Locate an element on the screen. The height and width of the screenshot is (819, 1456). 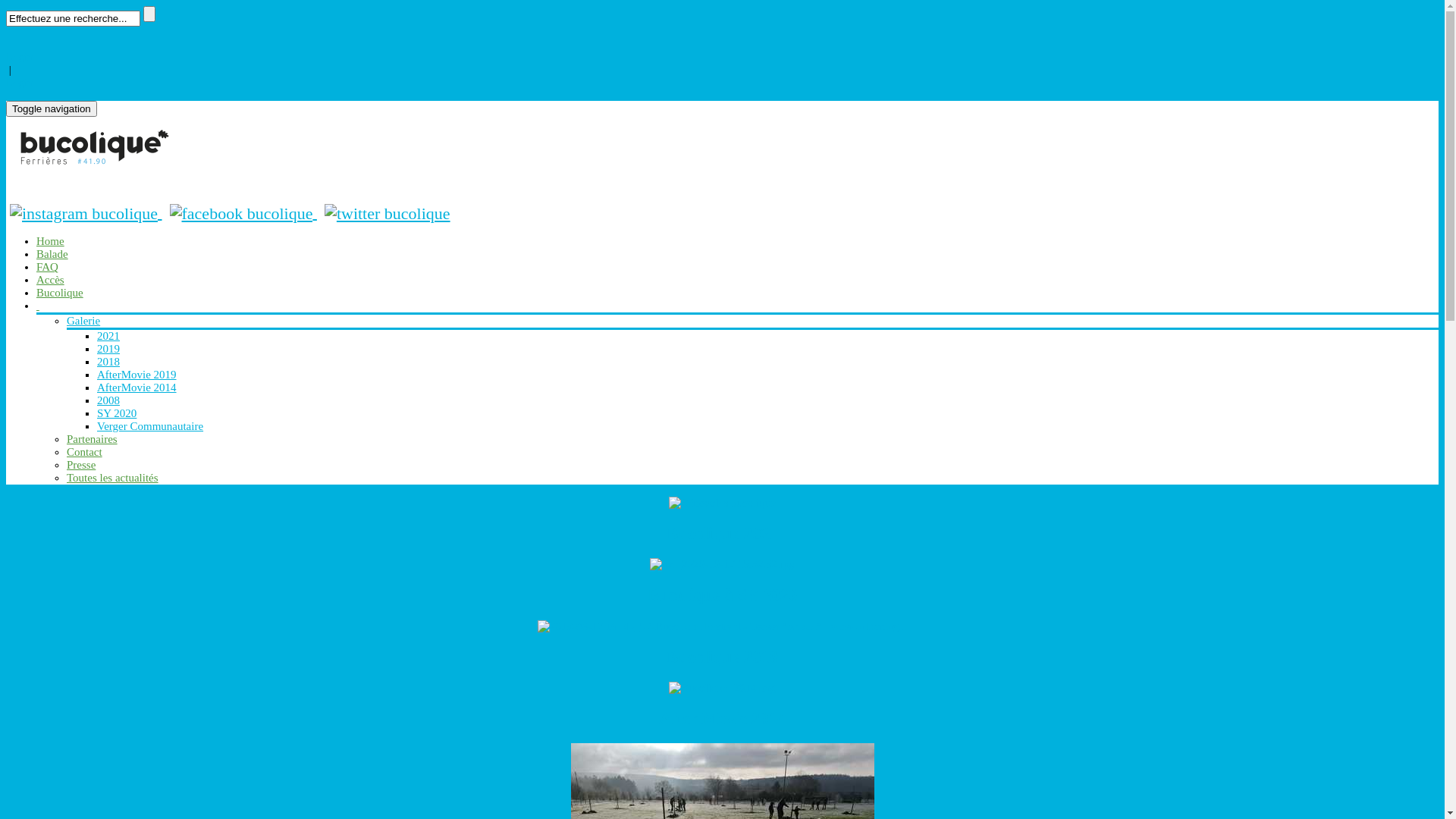
'2021' is located at coordinates (108, 335).